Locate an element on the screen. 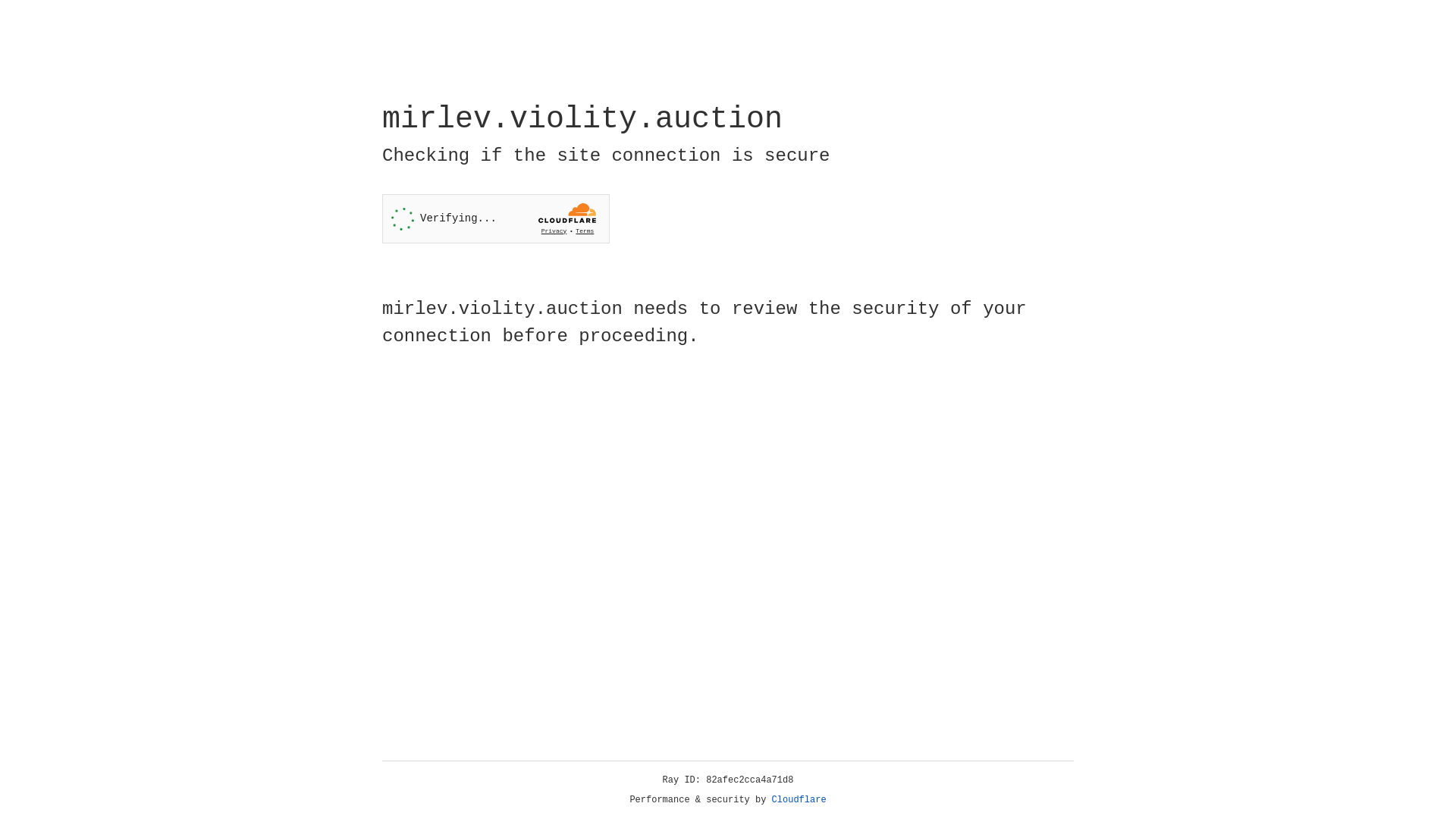 This screenshot has height=819, width=1456. 'Widget containing a Cloudflare security challenge' is located at coordinates (495, 218).